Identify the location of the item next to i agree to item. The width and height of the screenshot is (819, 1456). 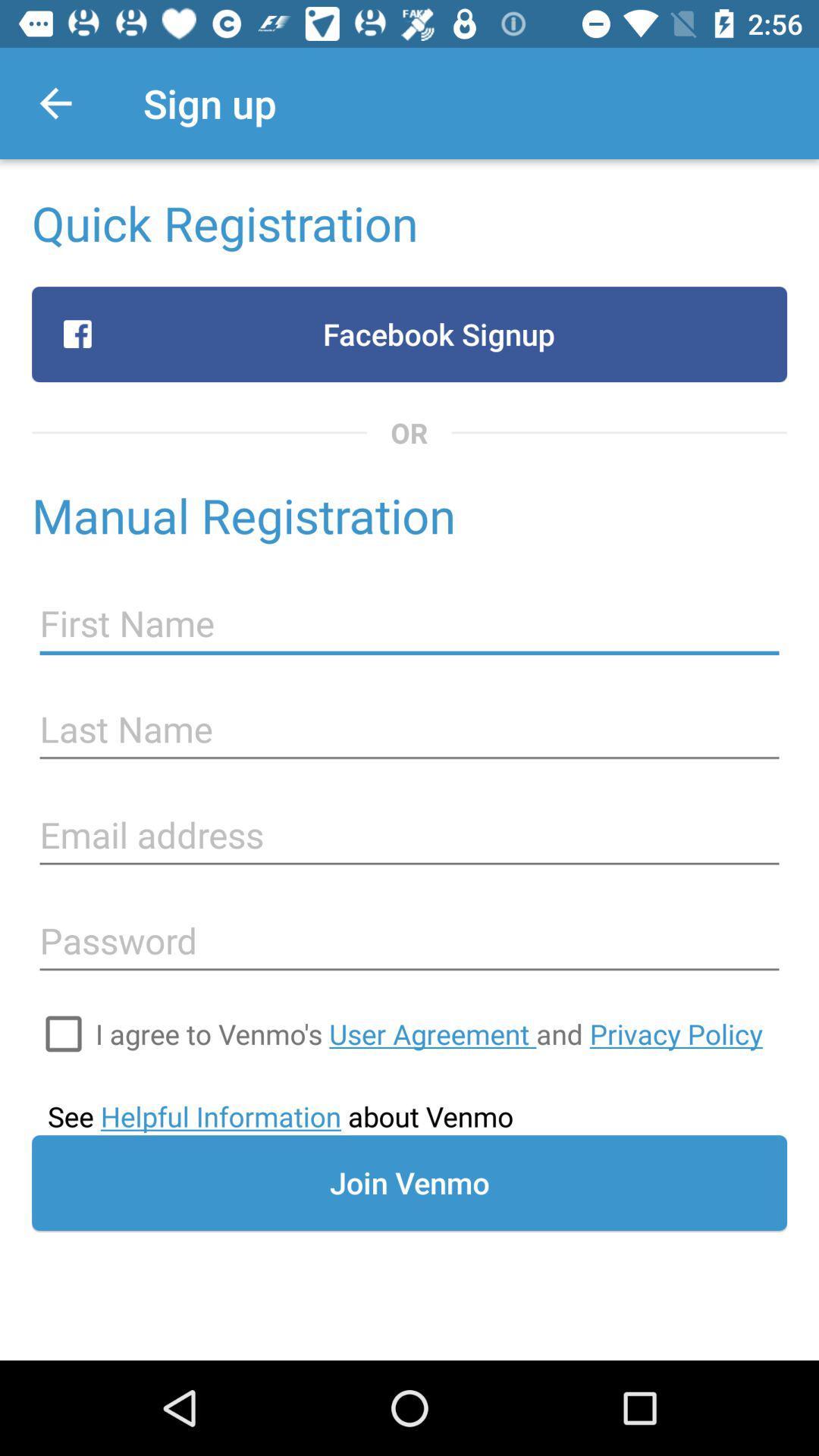
(63, 1033).